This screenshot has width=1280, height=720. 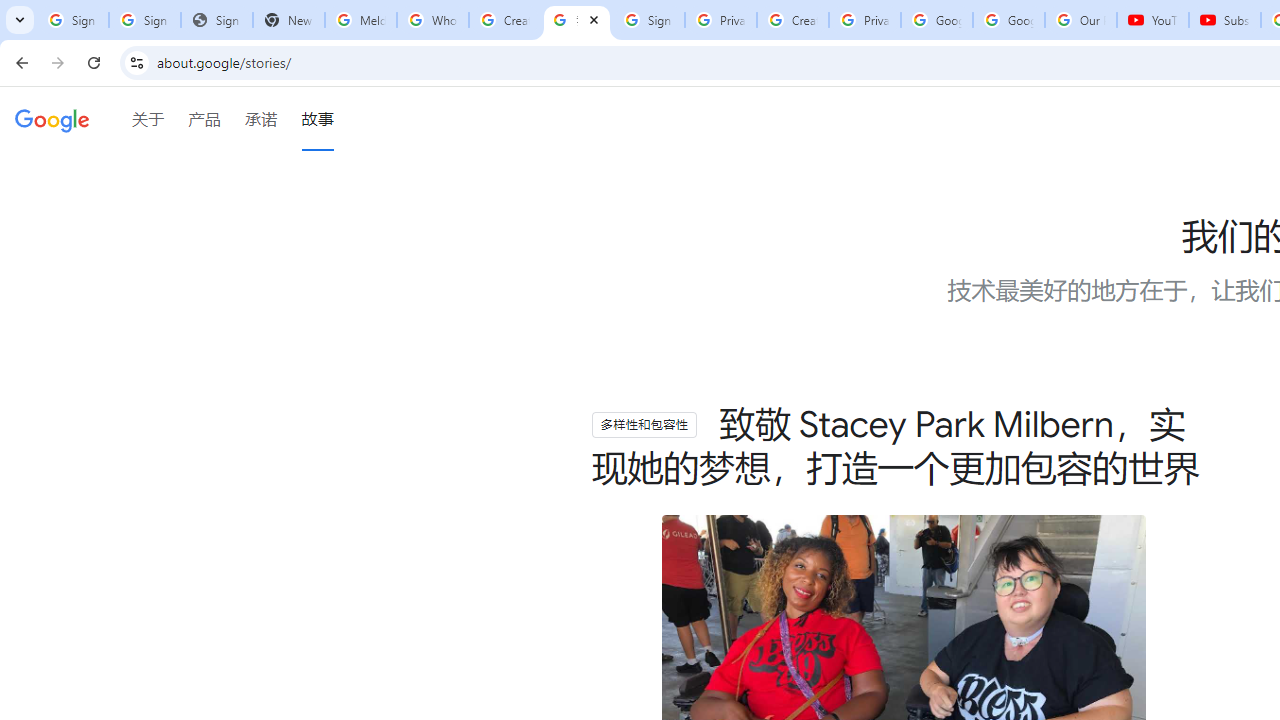 I want to click on 'Subscriptions - YouTube', so click(x=1223, y=20).